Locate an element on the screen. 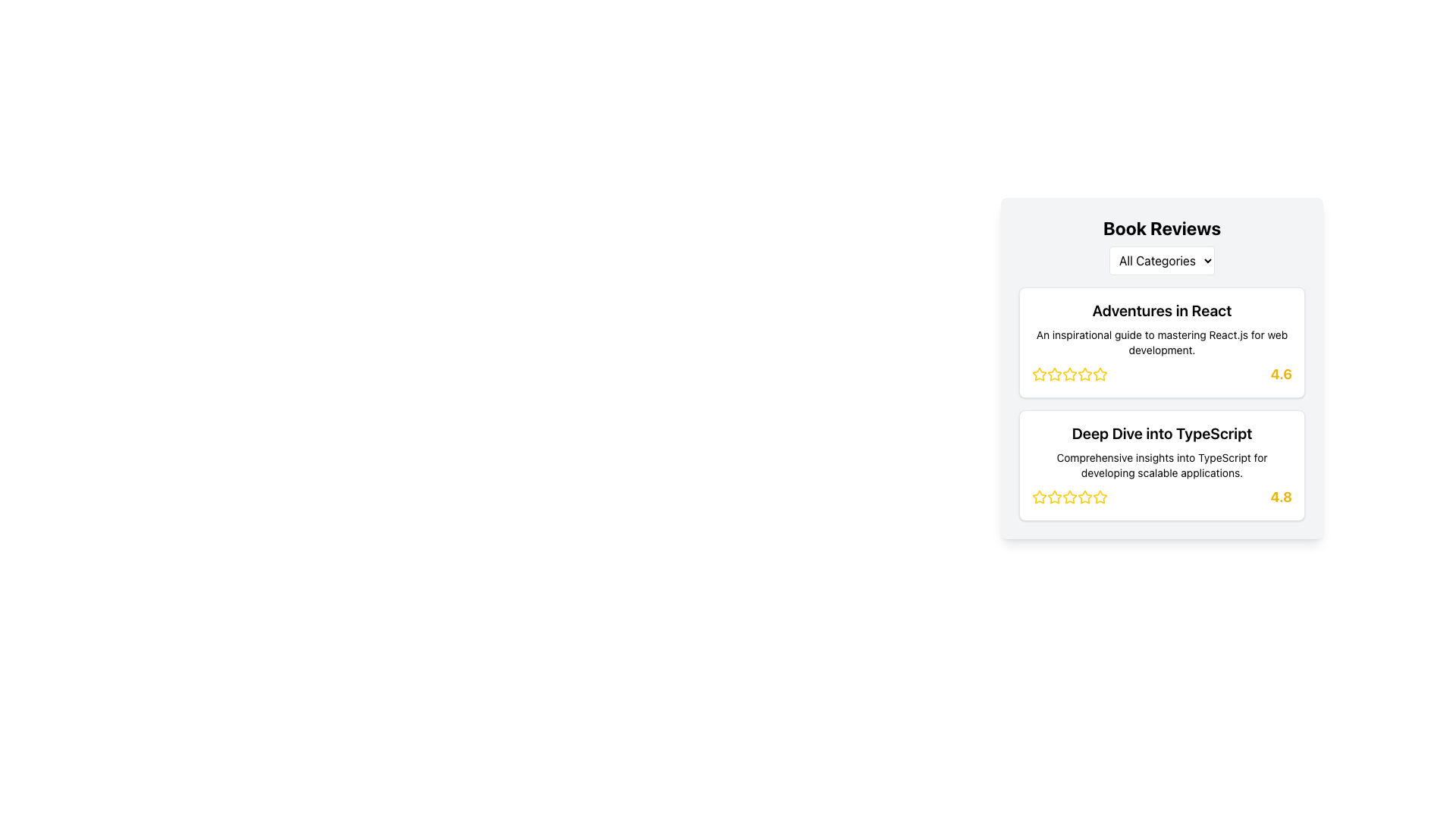  the third star in the five-star rating component under the title 'Adventures in React' within the 'Book Reviews' list section is located at coordinates (1100, 374).